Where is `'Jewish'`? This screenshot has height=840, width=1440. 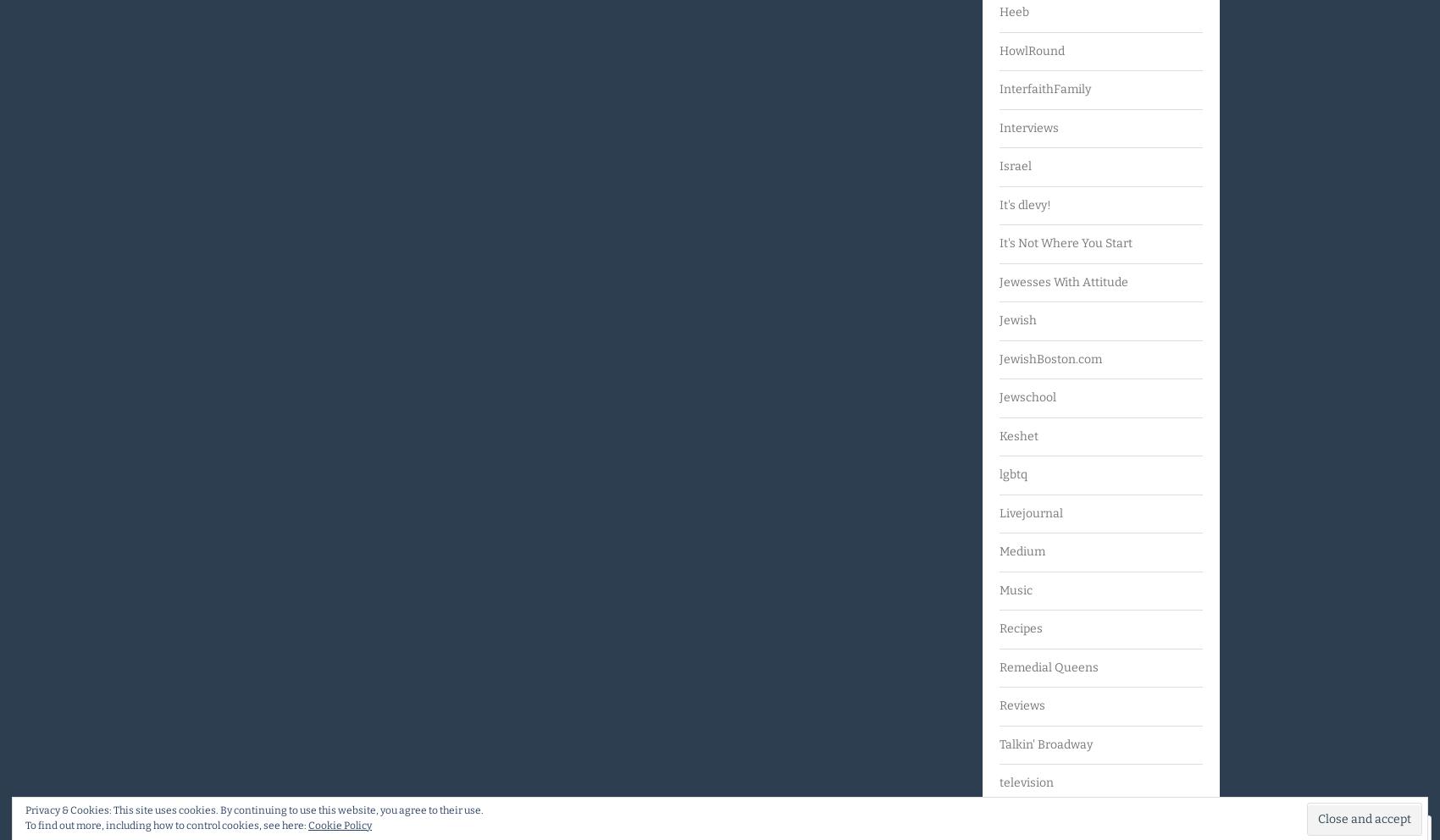
'Jewish' is located at coordinates (1017, 320).